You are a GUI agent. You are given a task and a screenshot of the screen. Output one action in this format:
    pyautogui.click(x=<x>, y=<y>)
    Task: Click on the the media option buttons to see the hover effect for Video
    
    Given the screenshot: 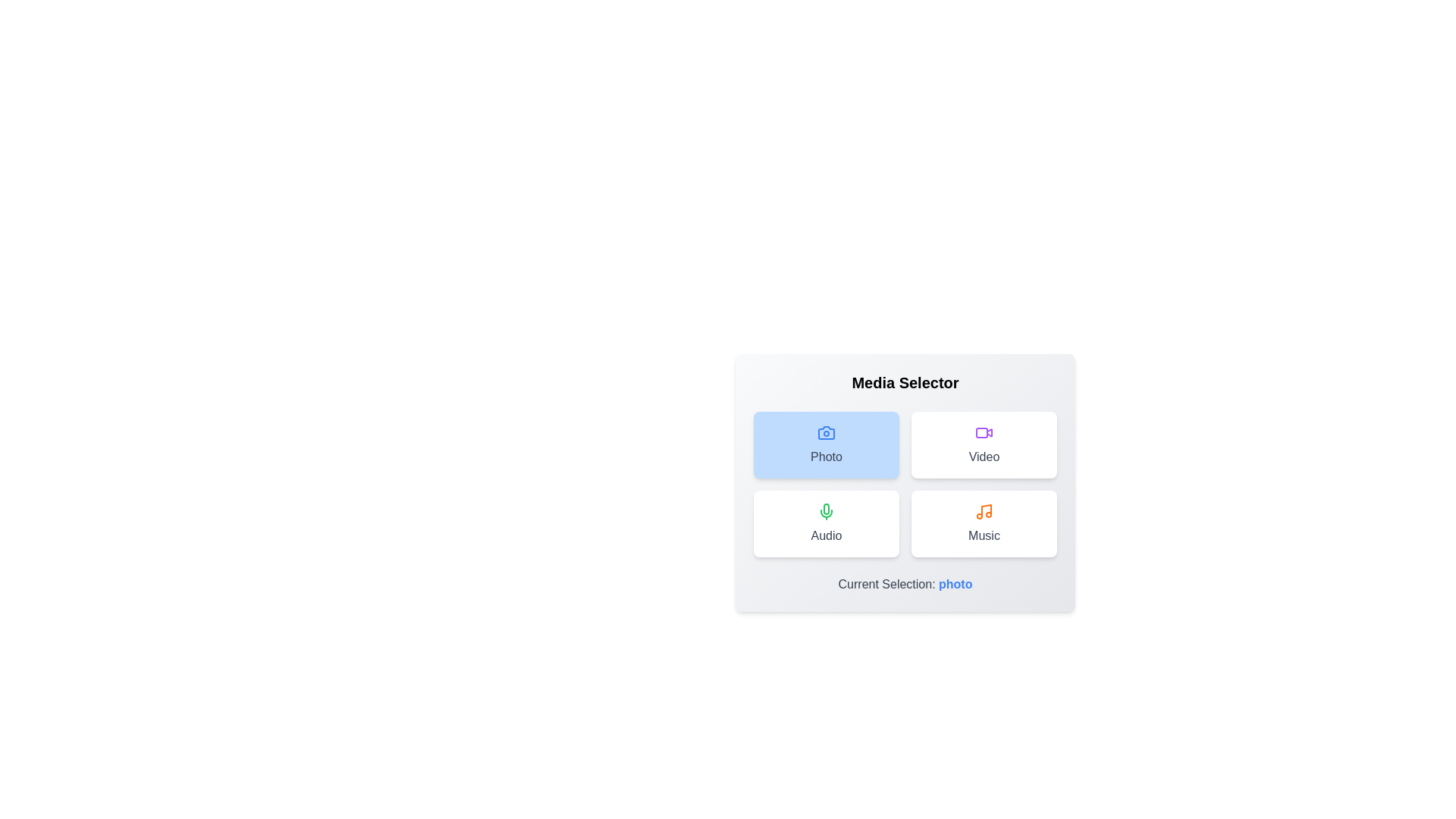 What is the action you would take?
    pyautogui.click(x=984, y=444)
    